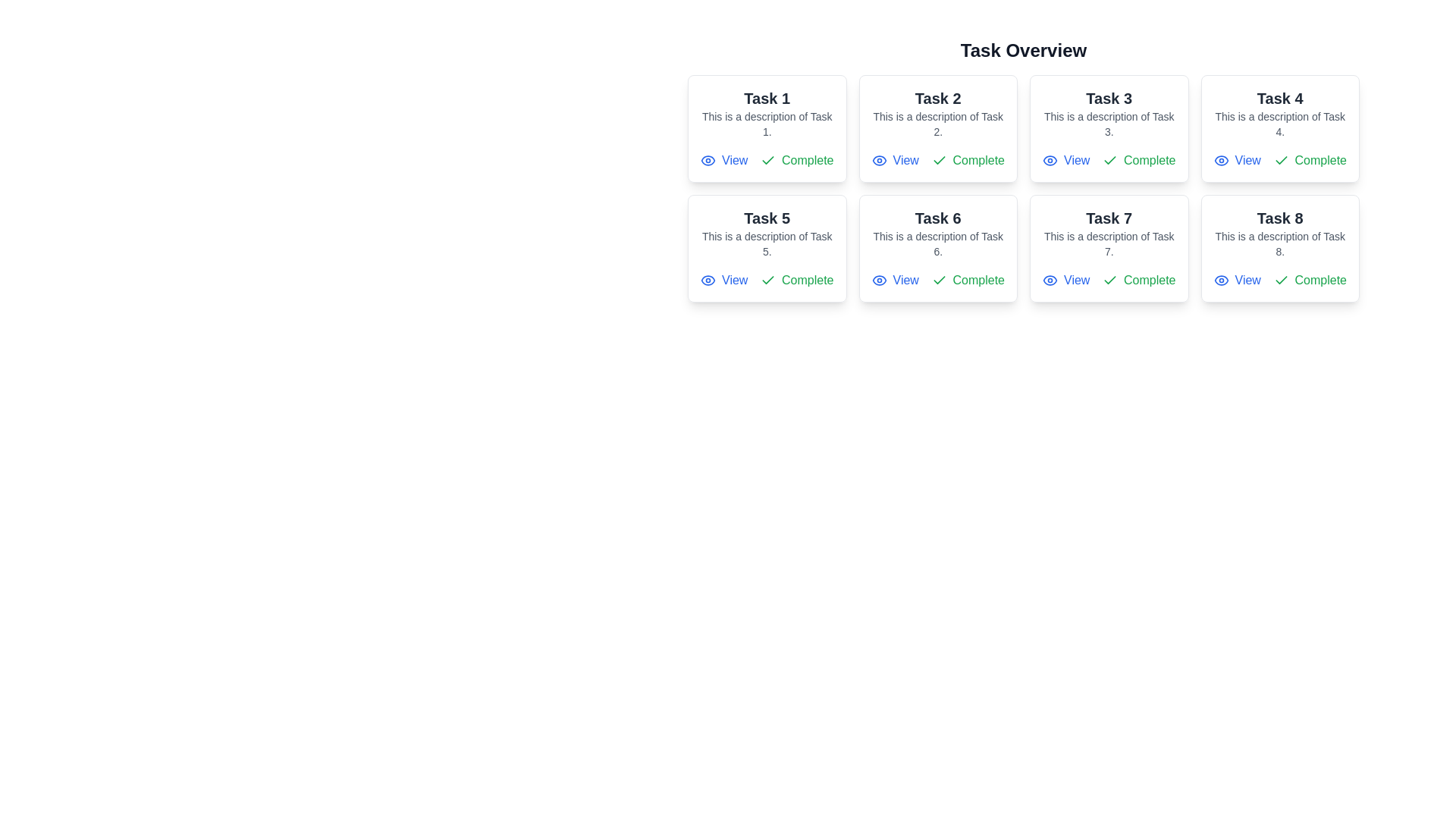  What do you see at coordinates (1280, 281) in the screenshot?
I see `the checkmark icon located inside the 'Complete' button at the bottom right corner of the 'Task 8' card to mark the task as complete` at bounding box center [1280, 281].